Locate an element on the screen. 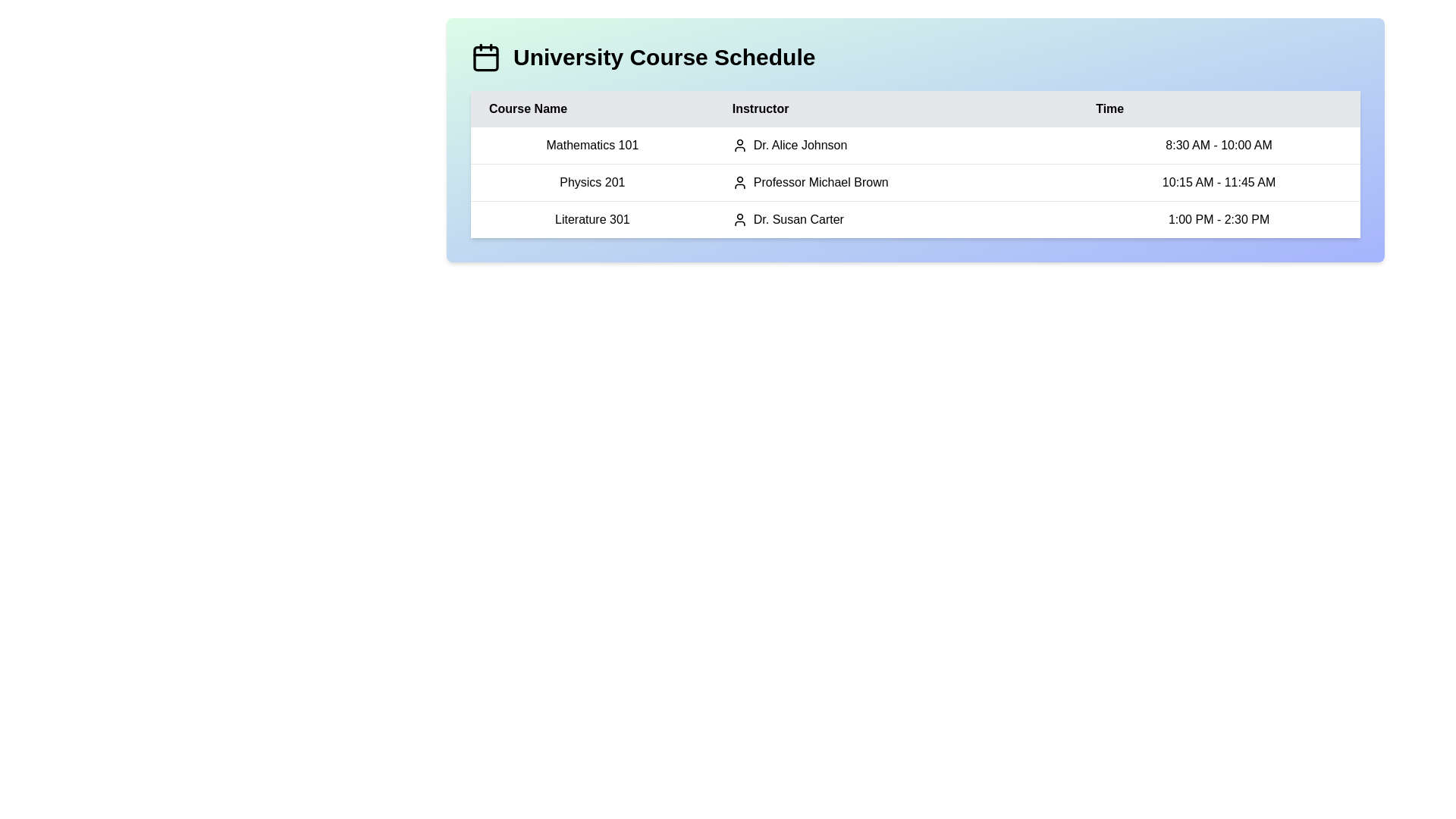 This screenshot has width=1456, height=819. the time slot label for the 'Literature 301' course, which is located in the right section of the schedule table under the 'Time' column is located at coordinates (1219, 219).